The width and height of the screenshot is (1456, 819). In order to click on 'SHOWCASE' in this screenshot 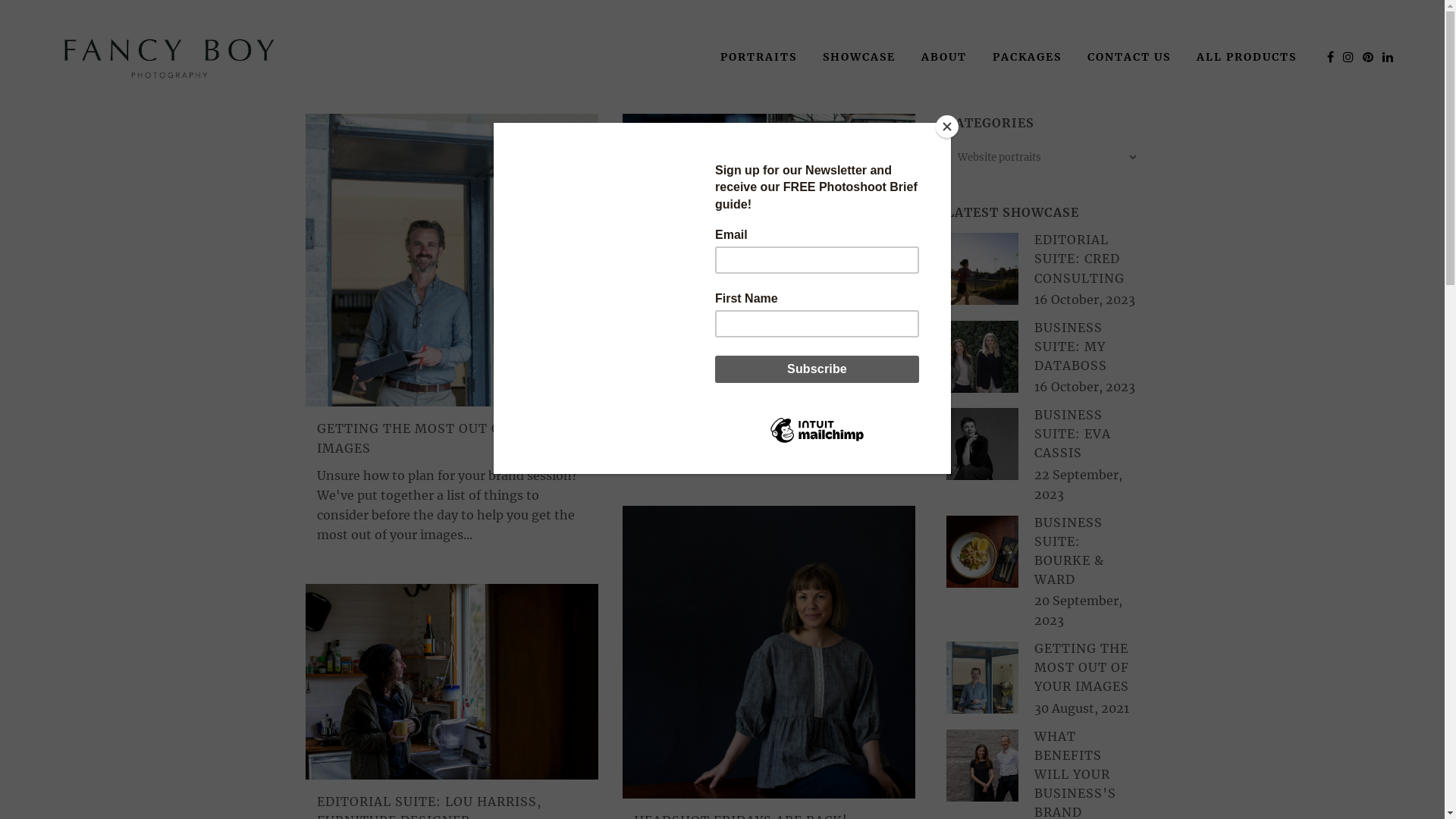, I will do `click(858, 55)`.